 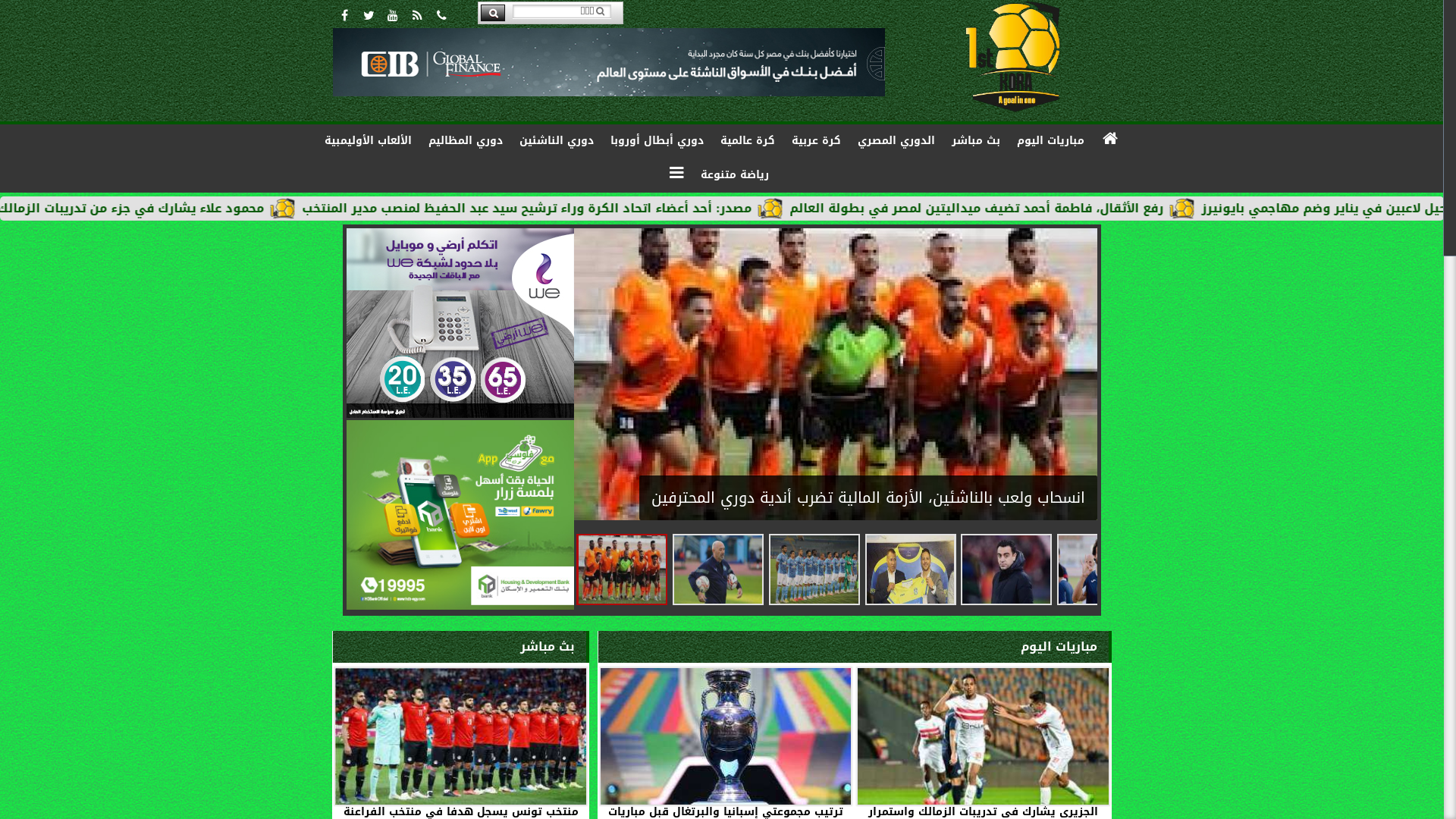 I want to click on 'WE', so click(x=459, y=322).